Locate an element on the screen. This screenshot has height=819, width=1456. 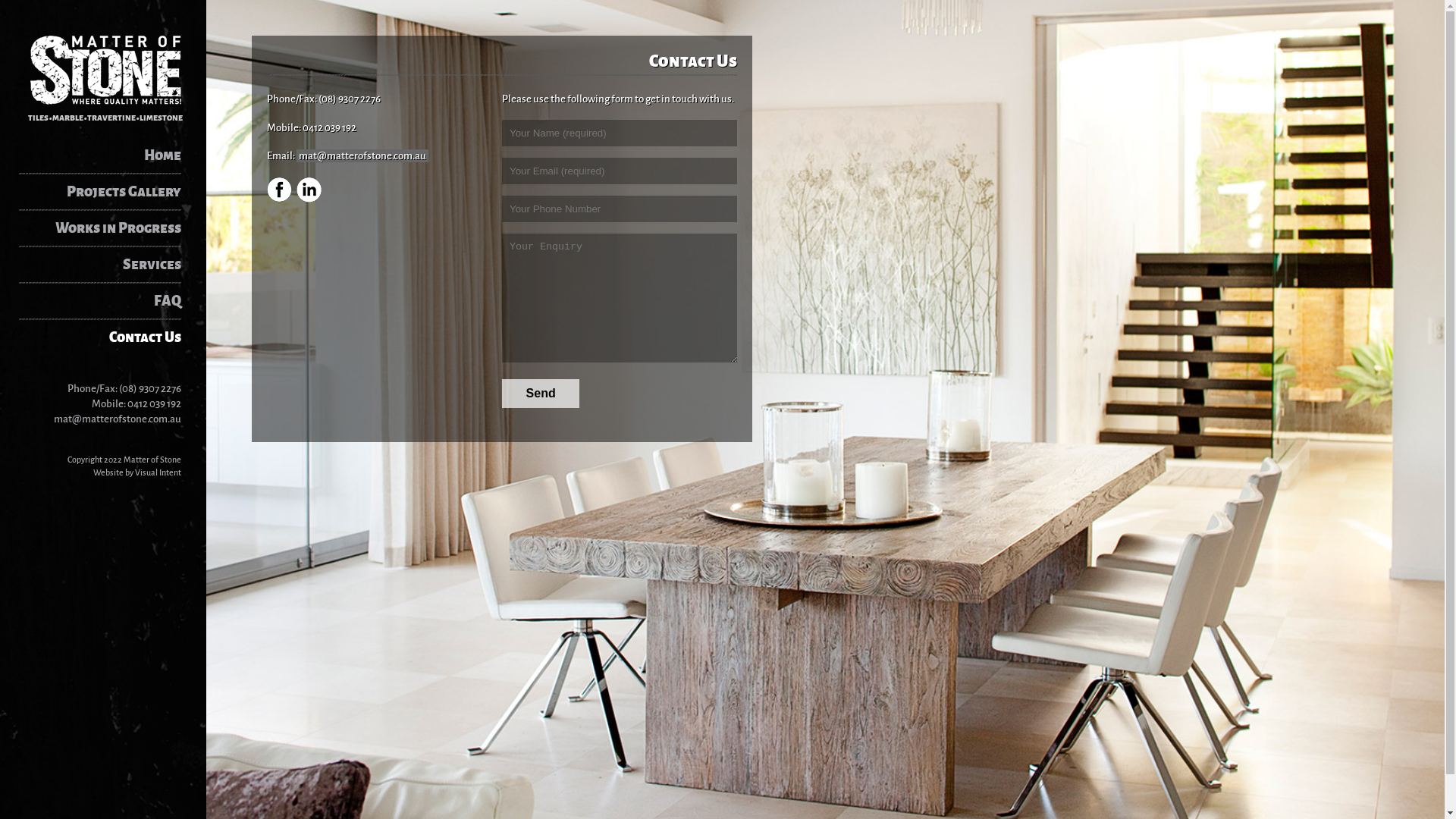
'Contact Us' is located at coordinates (108, 336).